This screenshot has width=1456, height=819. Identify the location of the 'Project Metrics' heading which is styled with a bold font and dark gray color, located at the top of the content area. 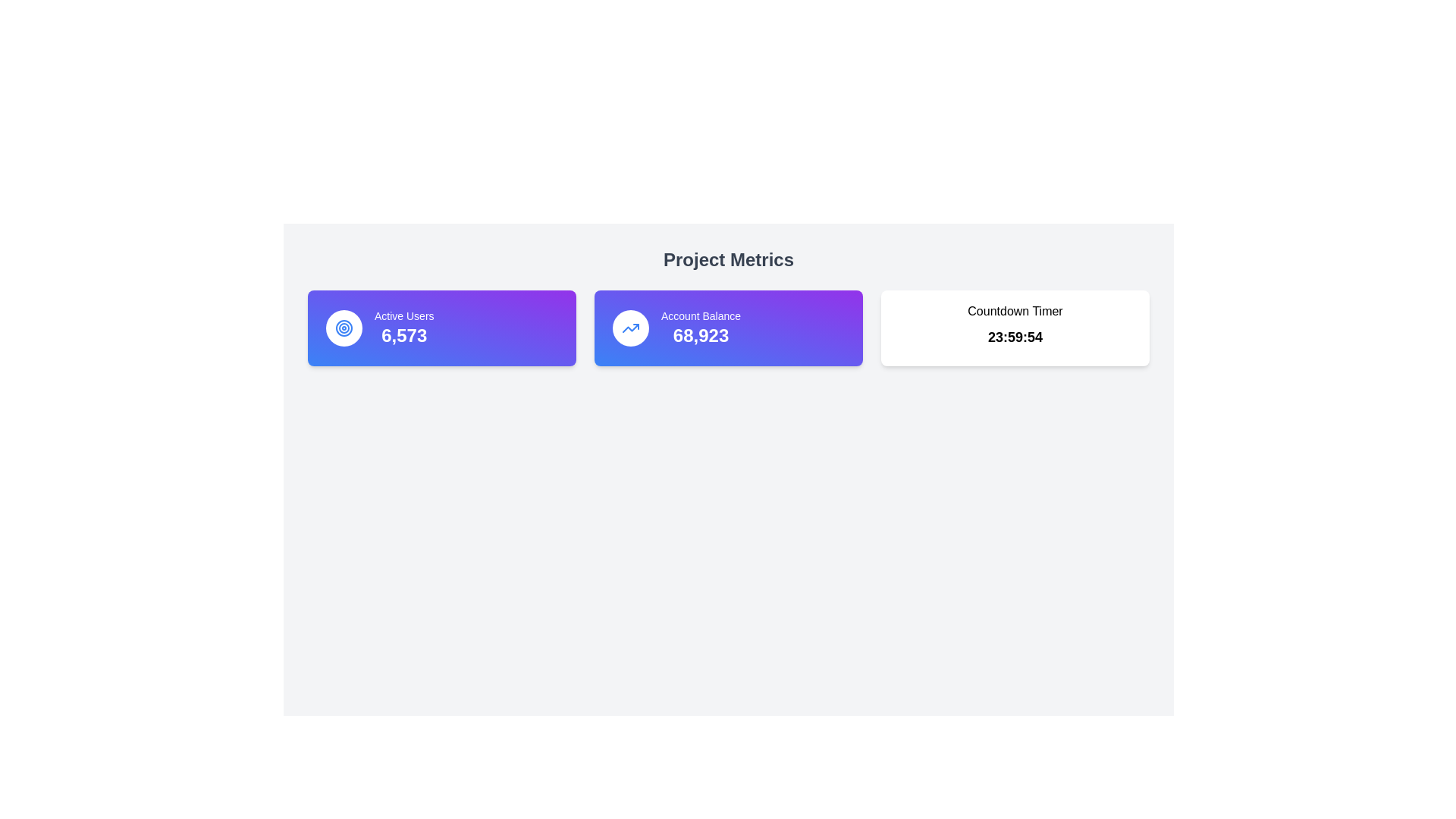
(728, 259).